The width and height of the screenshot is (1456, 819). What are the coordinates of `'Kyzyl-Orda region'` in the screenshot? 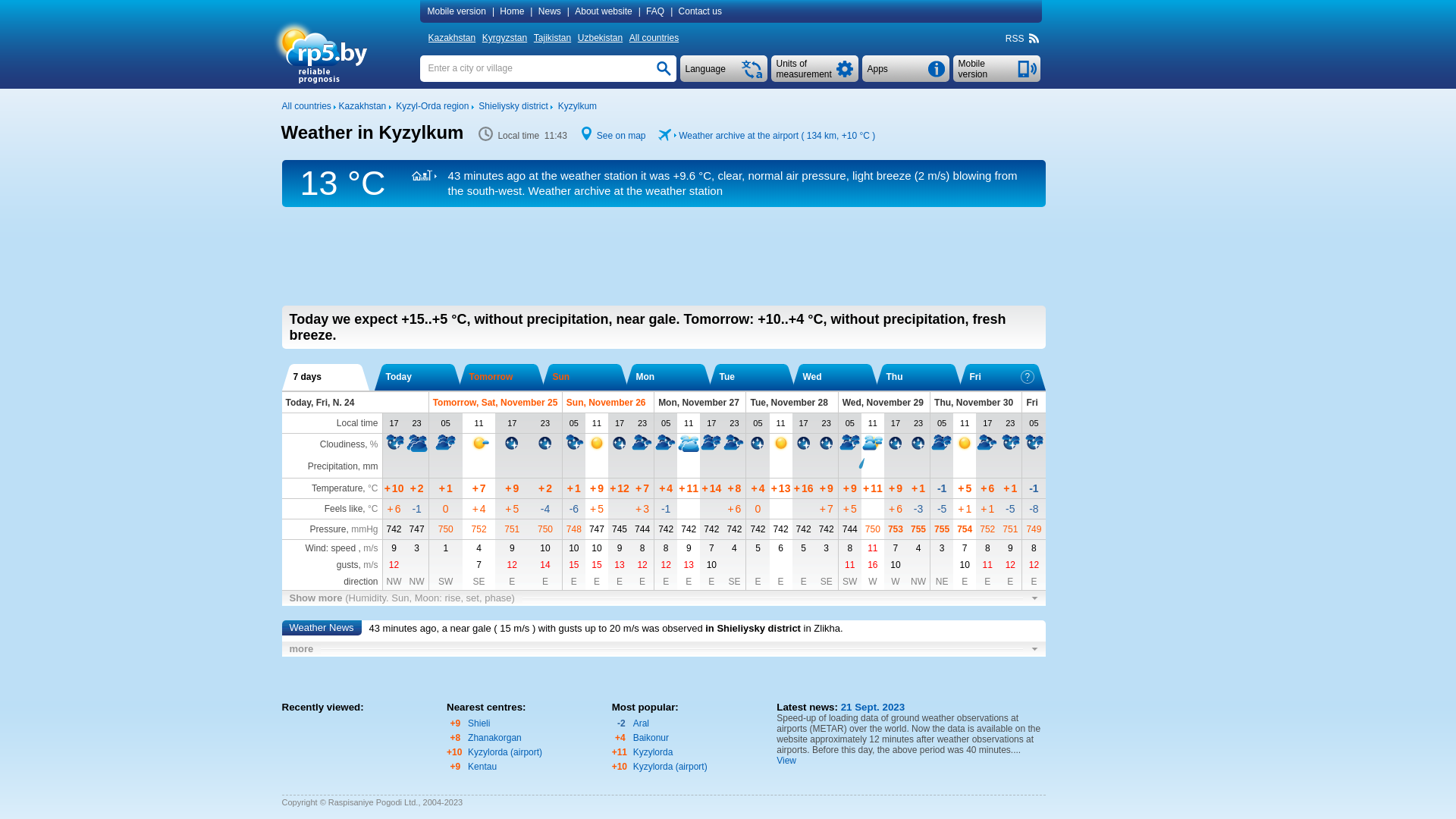 It's located at (431, 105).